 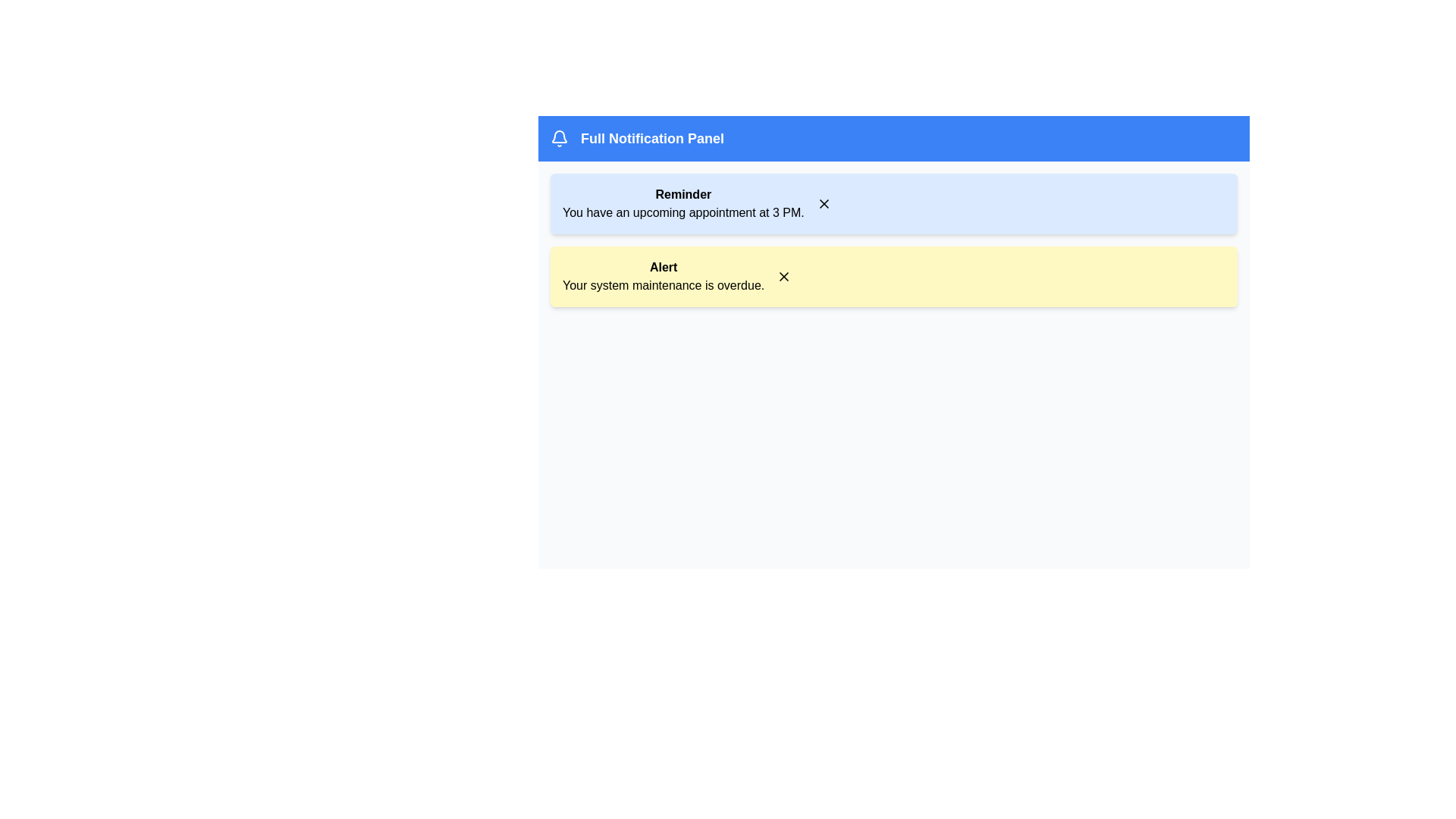 I want to click on the text label that displays 'Alert' in bold font above 'Your system maintenance is overdue.' on a yellow background in the lower half of the Full Notification Panel interface, so click(x=664, y=277).